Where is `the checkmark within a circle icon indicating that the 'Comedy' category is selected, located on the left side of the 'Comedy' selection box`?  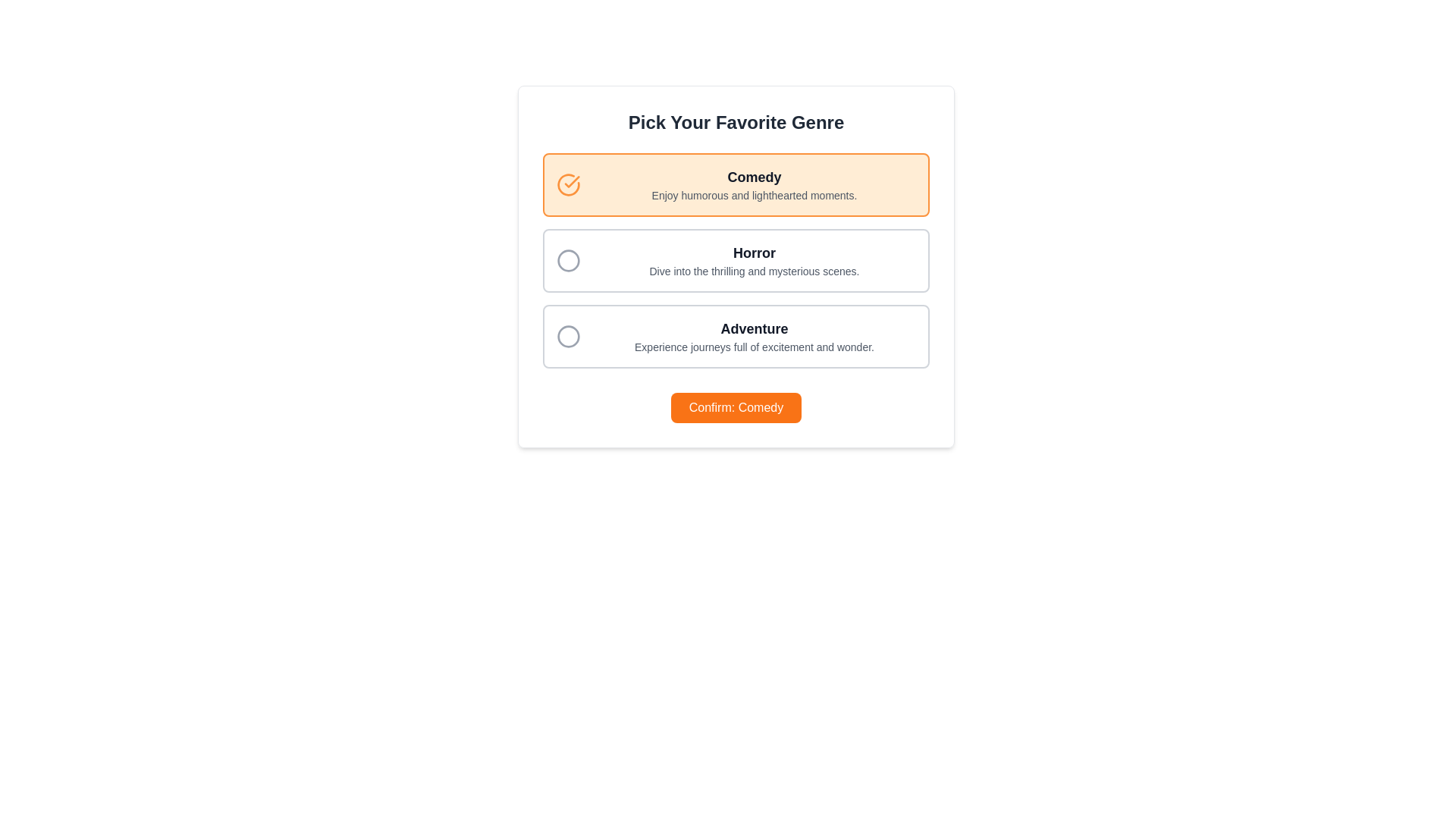
the checkmark within a circle icon indicating that the 'Comedy' category is selected, located on the left side of the 'Comedy' selection box is located at coordinates (574, 184).